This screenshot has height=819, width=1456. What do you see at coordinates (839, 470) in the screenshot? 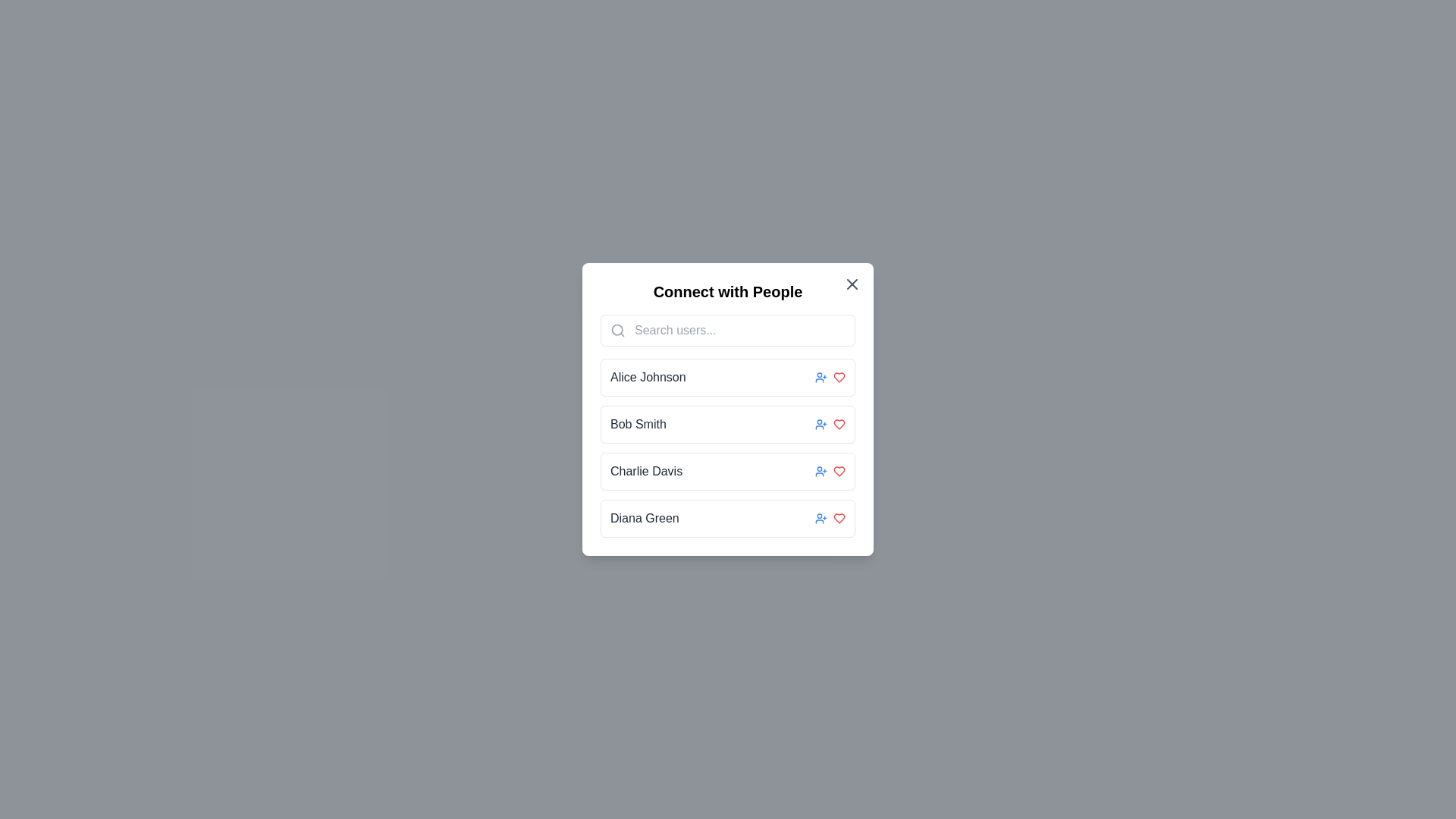
I see `the heart icon button located at the far-right side of the row corresponding to 'Charlie Davis'` at bounding box center [839, 470].